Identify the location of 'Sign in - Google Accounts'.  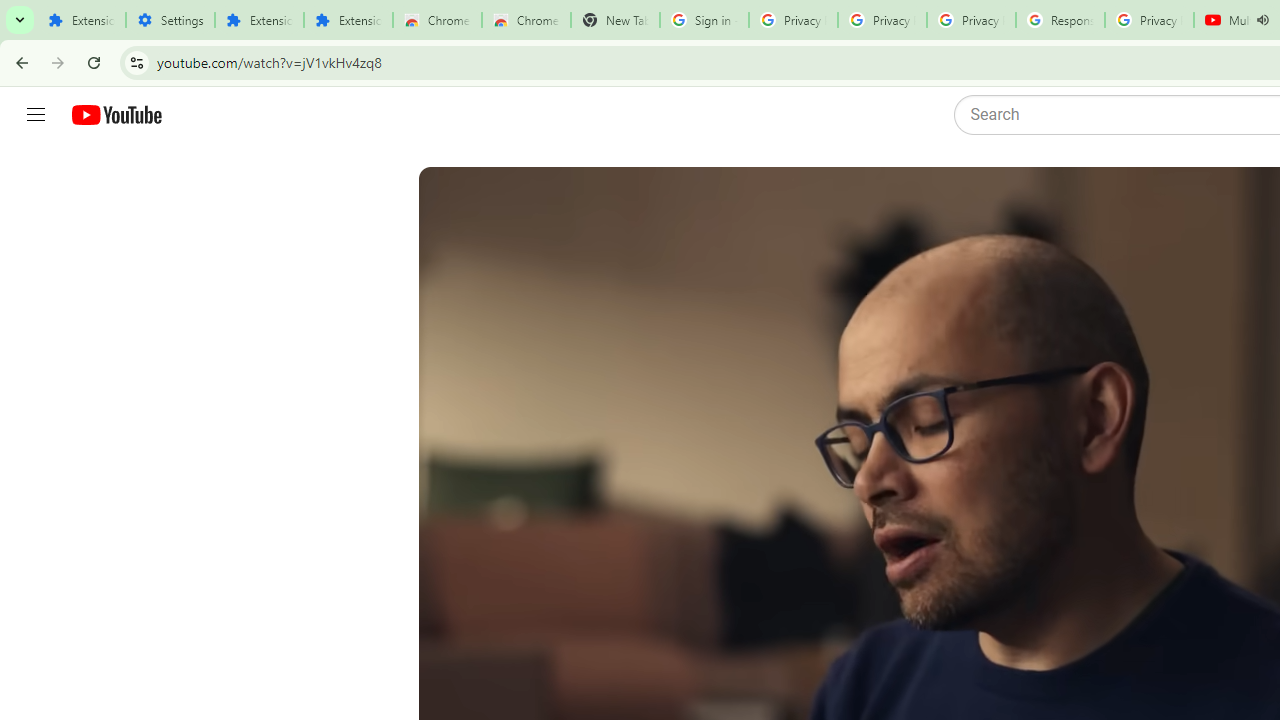
(704, 20).